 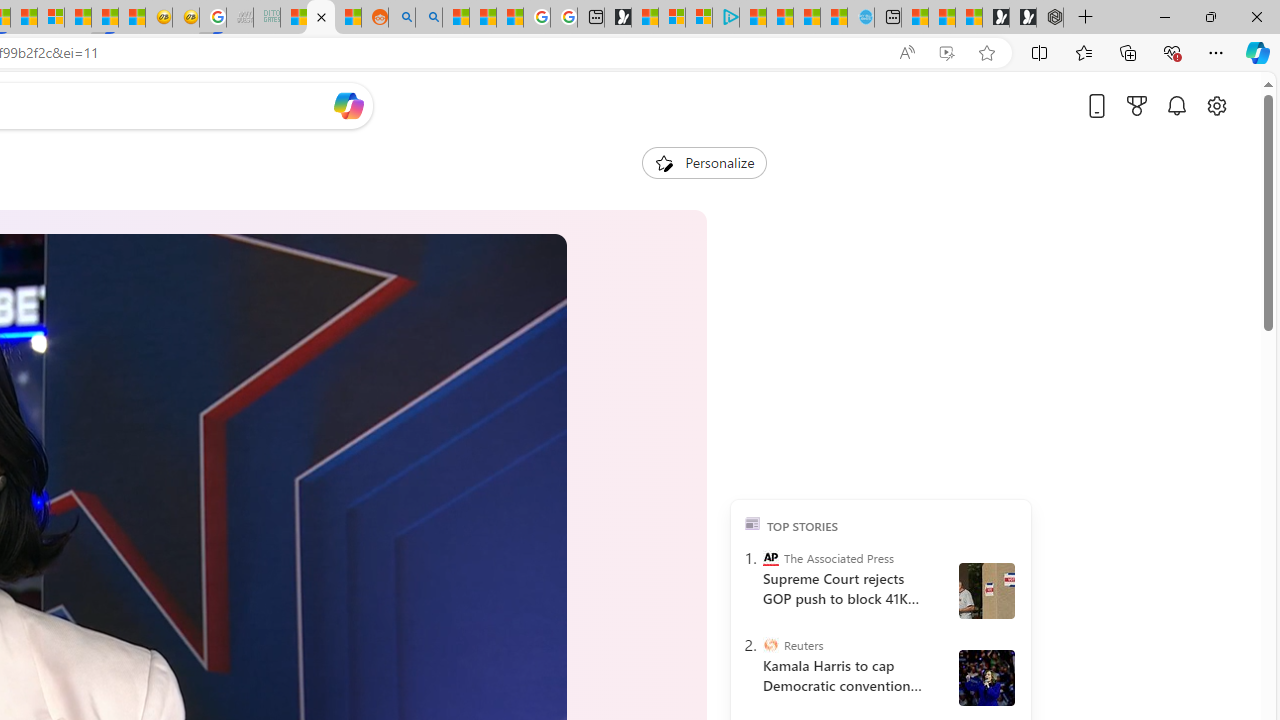 I want to click on 'The Associated Press', so click(x=769, y=558).